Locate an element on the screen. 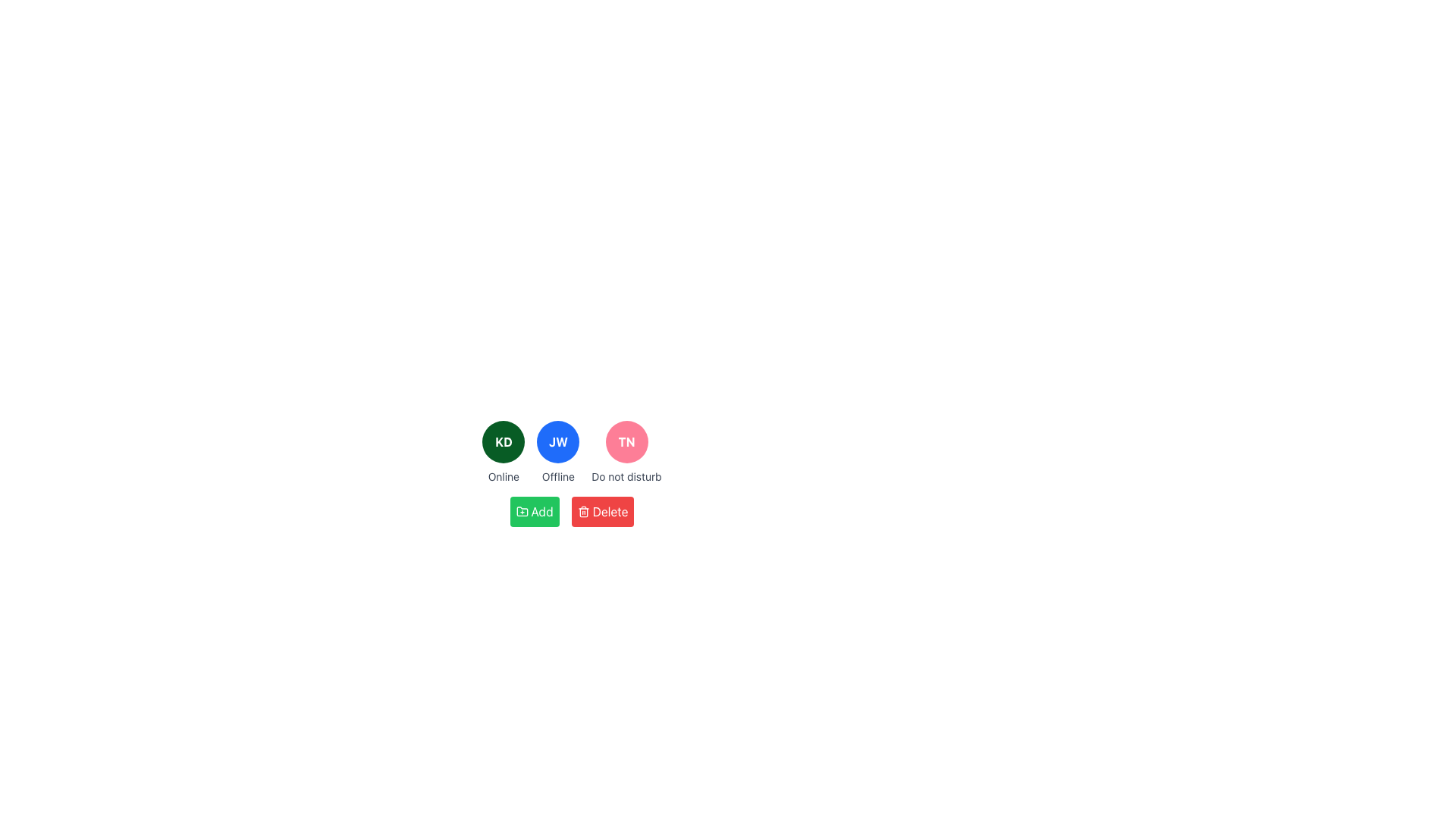 The height and width of the screenshot is (819, 1456). the 'Delete' button with a red background and white text is located at coordinates (602, 512).